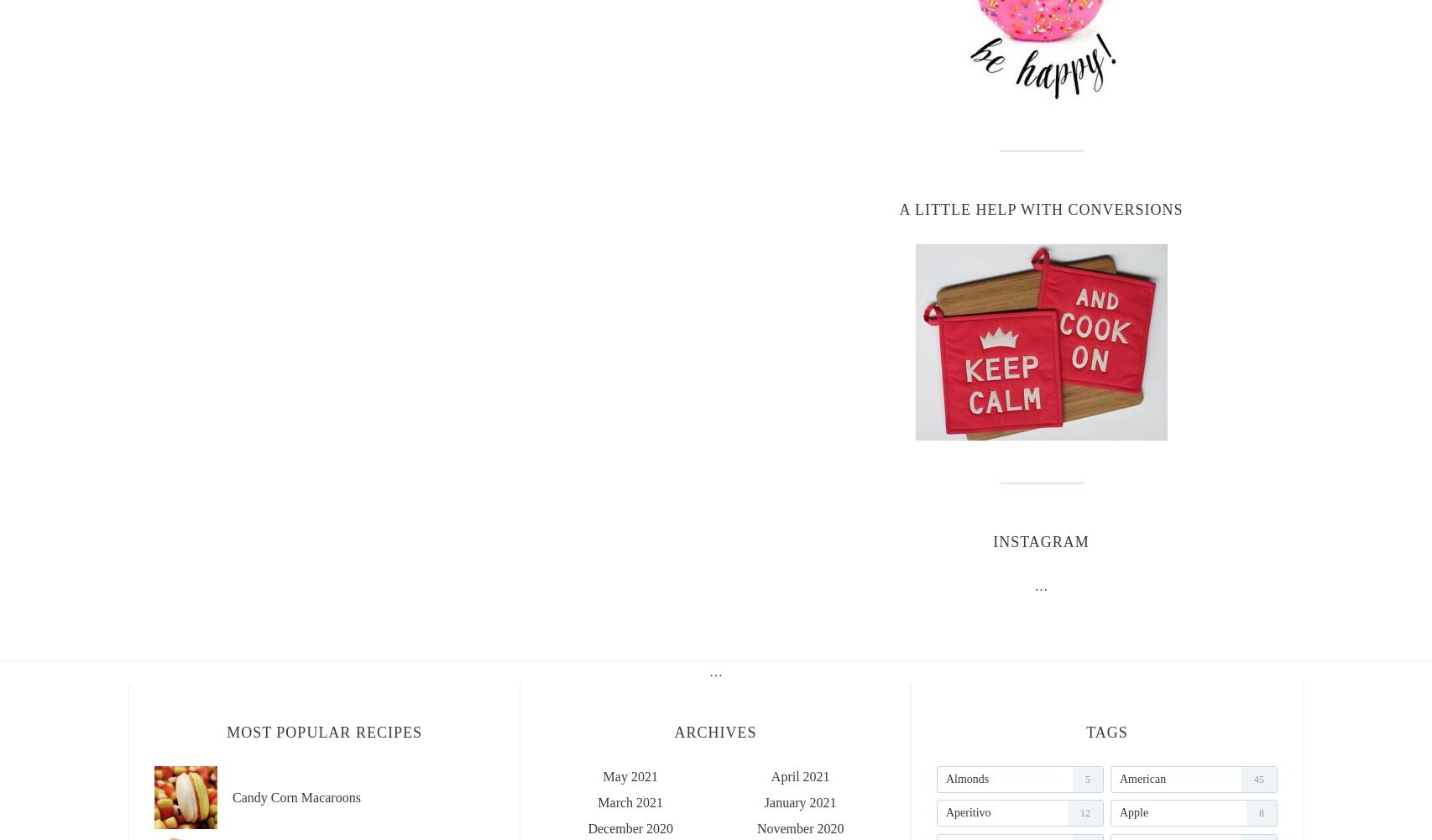  I want to click on 'Archives', so click(673, 731).